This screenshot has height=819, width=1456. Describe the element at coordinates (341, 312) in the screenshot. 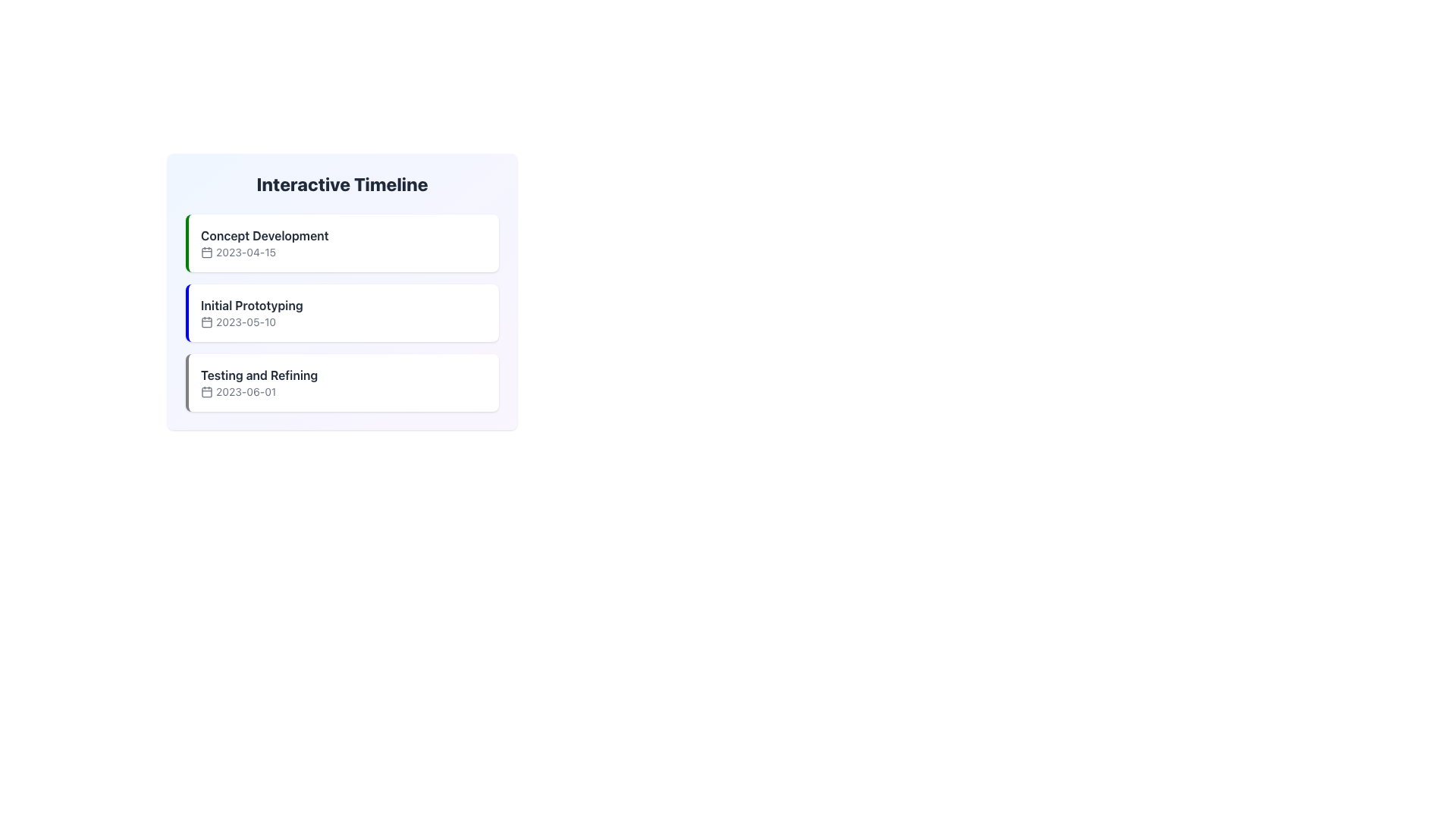

I see `the timeline entry labeled 'Initial Prototyping'` at that location.